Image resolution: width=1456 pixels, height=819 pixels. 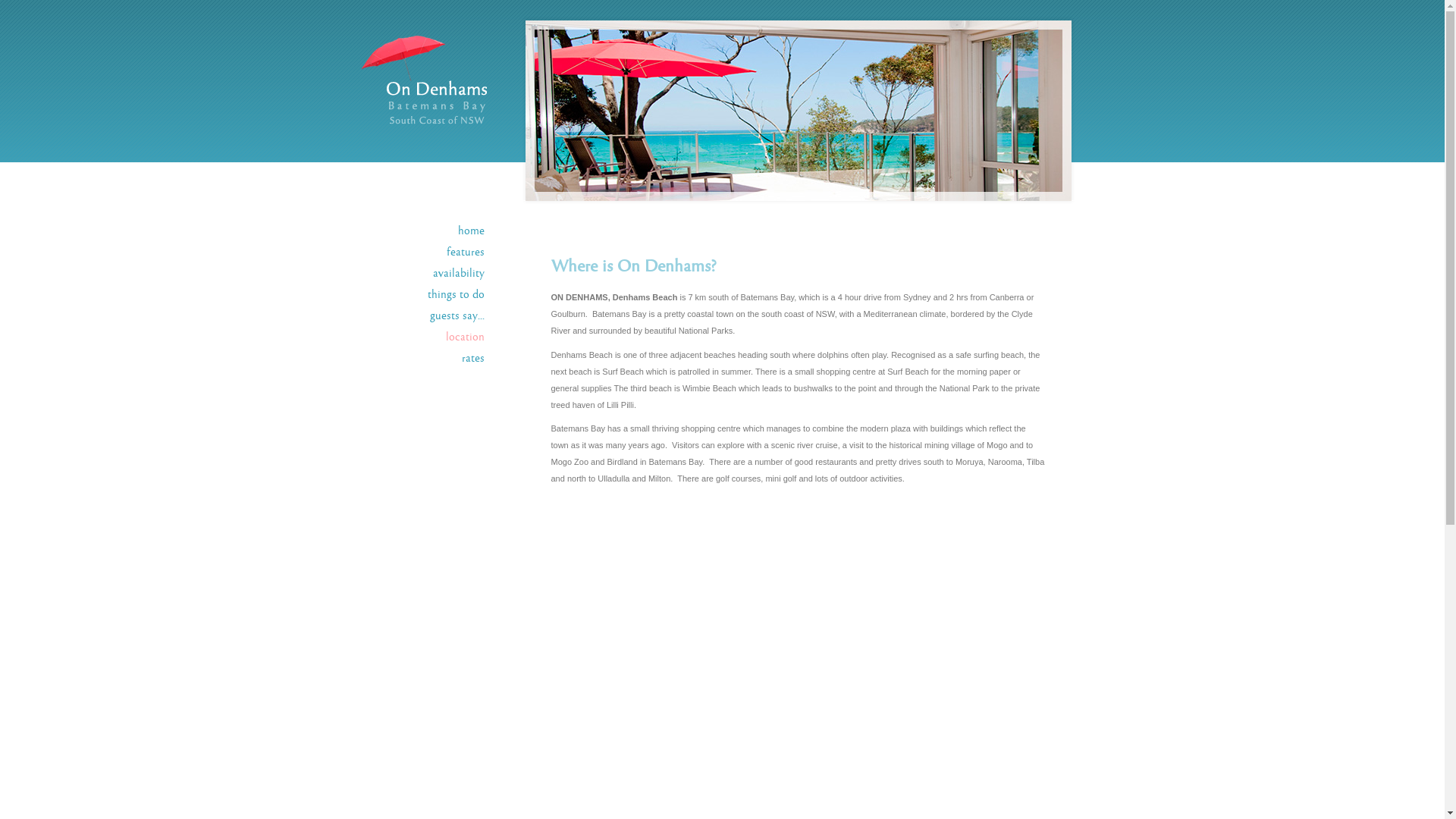 I want to click on 'availability', so click(x=457, y=274).